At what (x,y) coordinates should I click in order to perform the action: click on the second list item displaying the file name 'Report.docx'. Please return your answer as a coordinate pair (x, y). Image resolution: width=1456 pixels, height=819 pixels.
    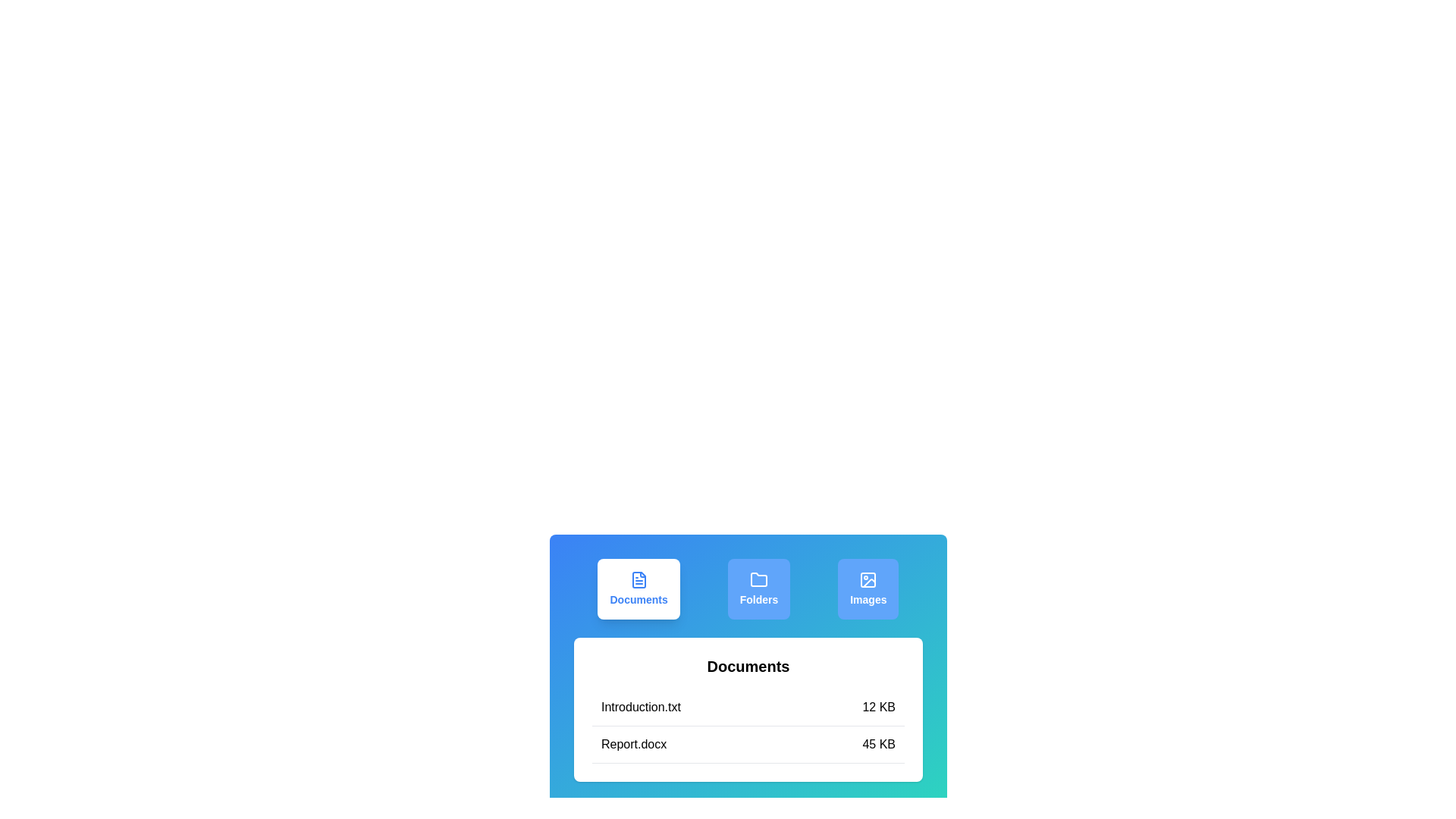
    Looking at the image, I should click on (748, 744).